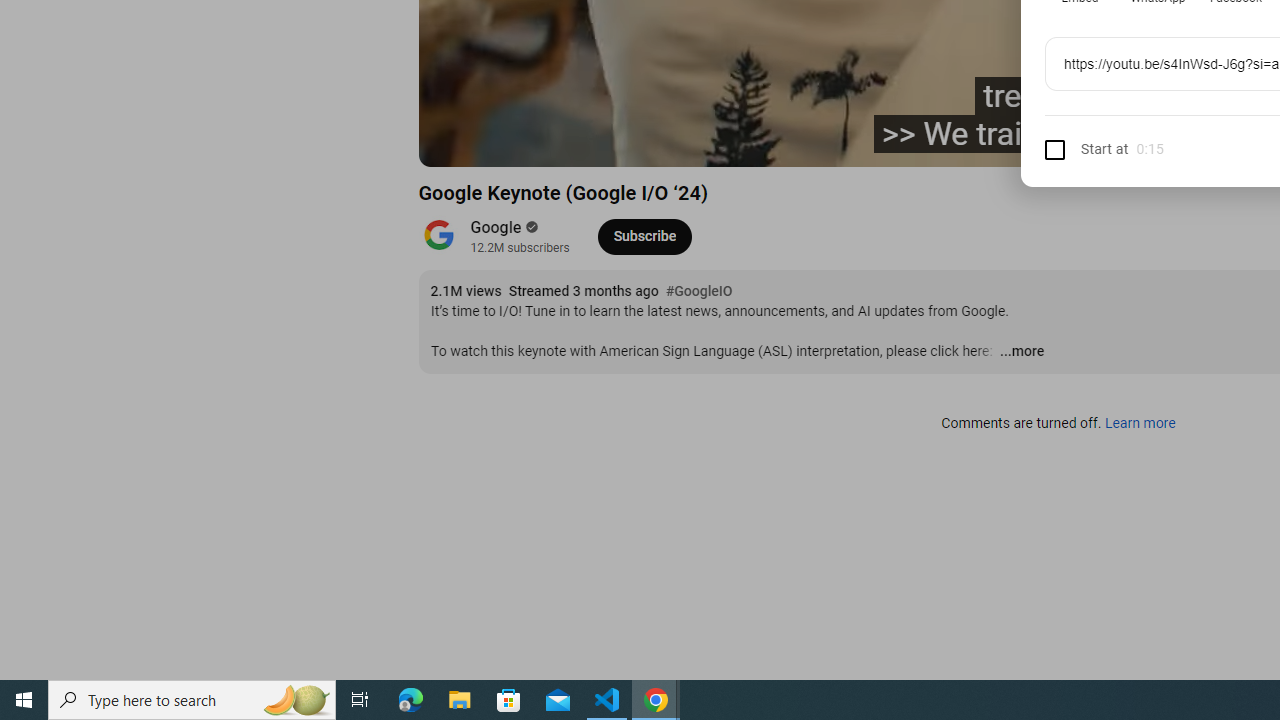  Describe the element at coordinates (762, 141) in the screenshot. I see `'Opening Film'` at that location.